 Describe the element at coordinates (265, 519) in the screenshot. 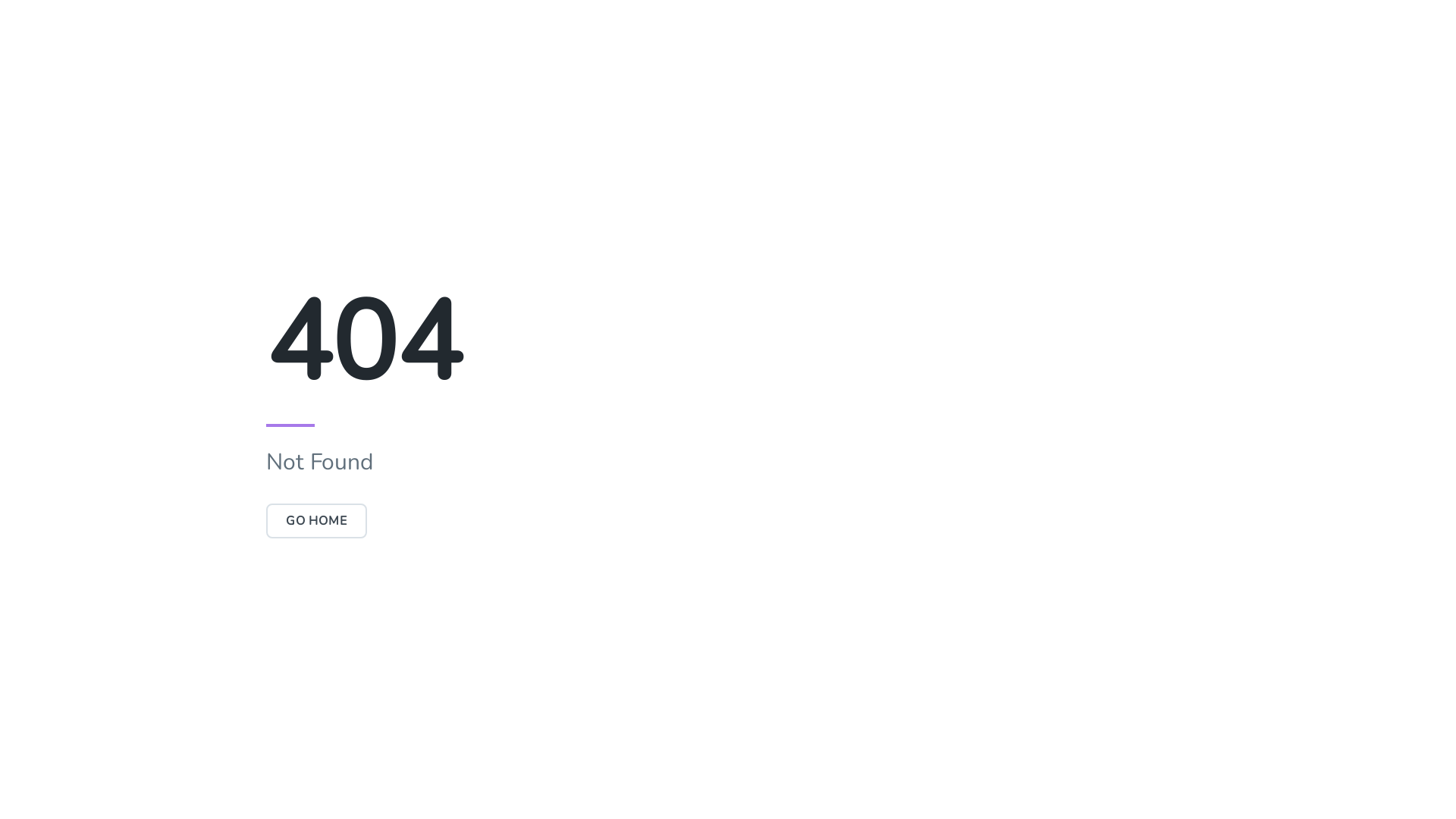

I see `'GO HOME'` at that location.